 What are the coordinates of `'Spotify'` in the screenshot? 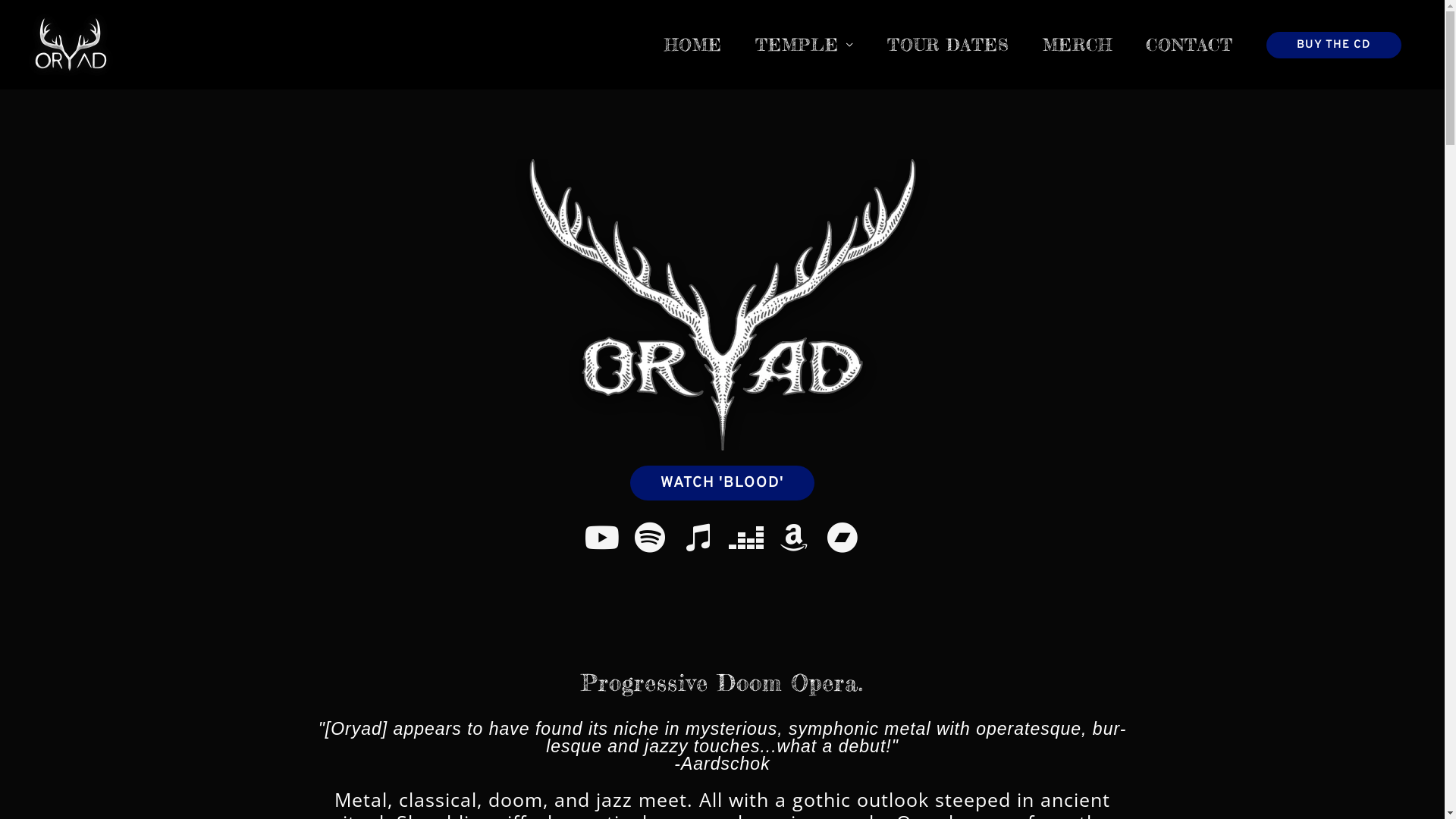 It's located at (629, 536).